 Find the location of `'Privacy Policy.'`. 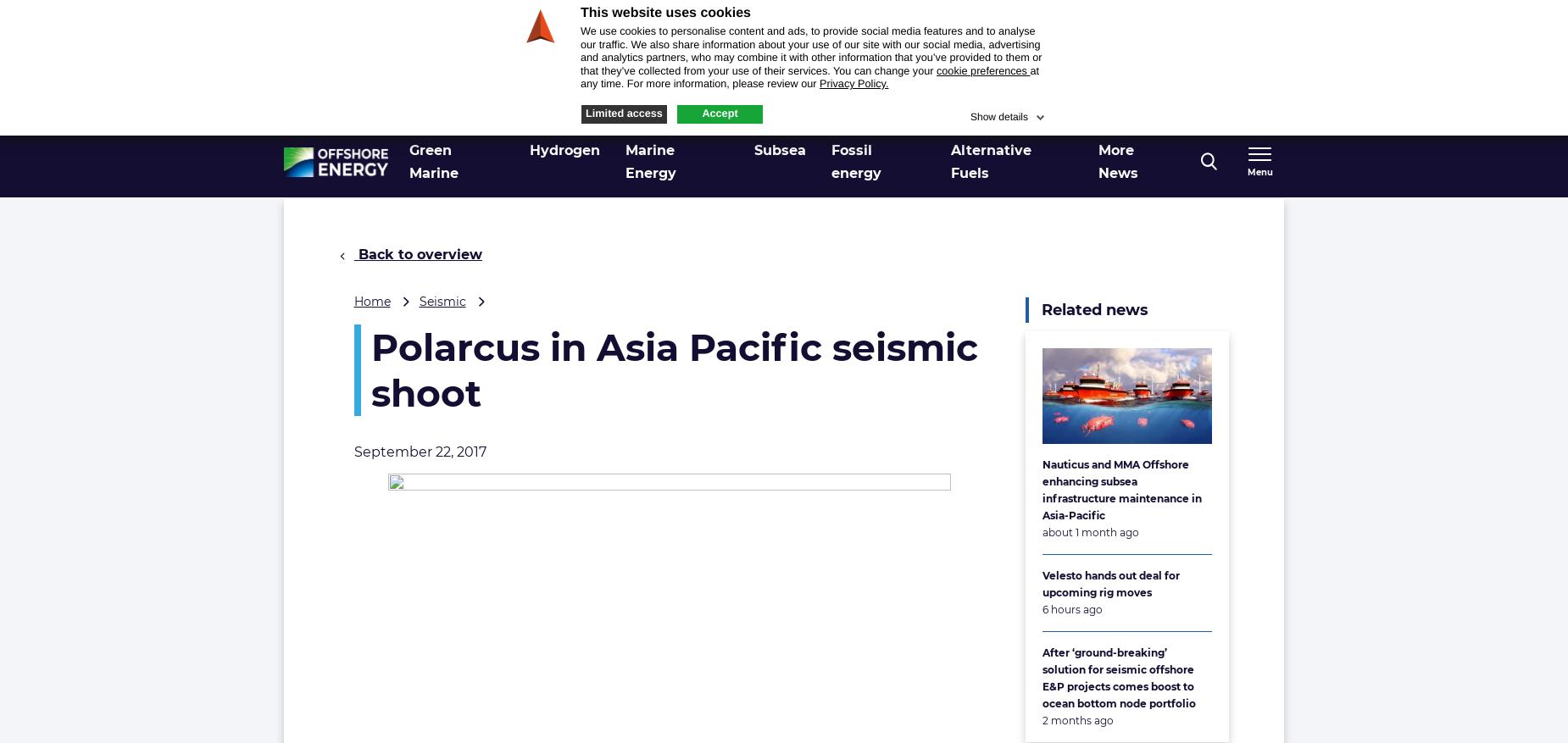

'Privacy Policy.' is located at coordinates (853, 83).